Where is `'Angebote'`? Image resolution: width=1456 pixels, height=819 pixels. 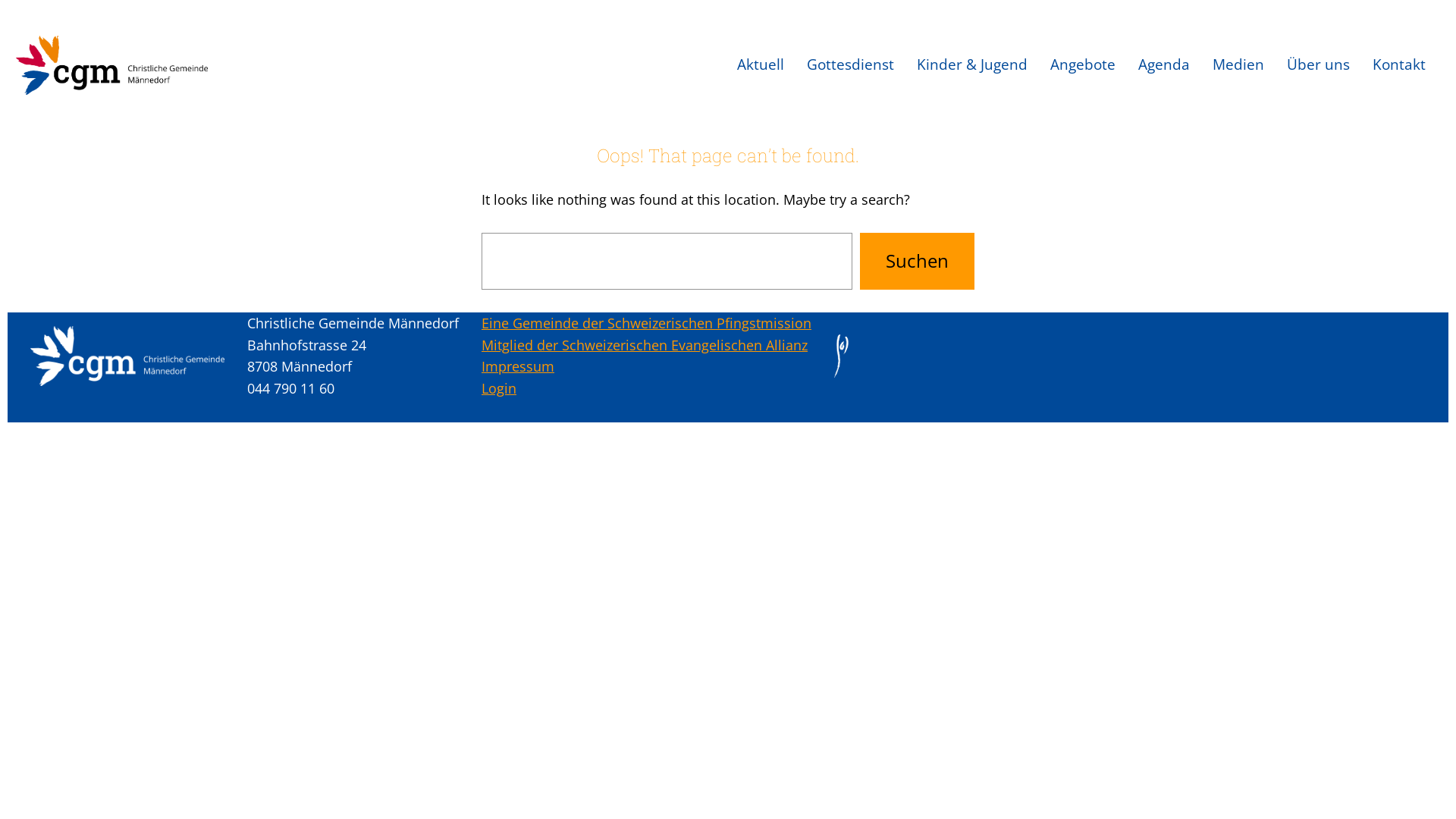 'Angebote' is located at coordinates (1081, 64).